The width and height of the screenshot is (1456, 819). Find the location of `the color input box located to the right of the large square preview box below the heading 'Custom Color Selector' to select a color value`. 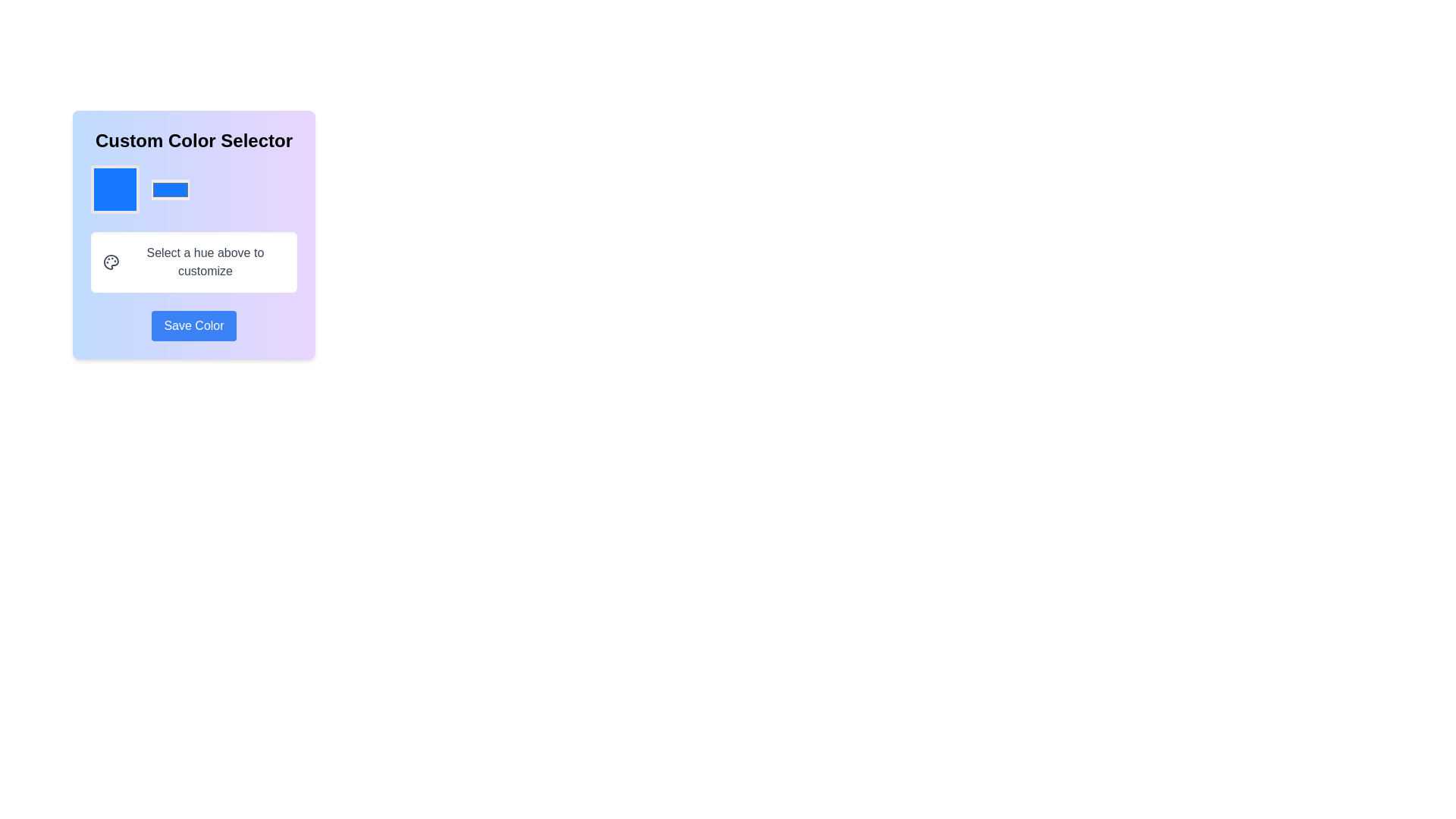

the color input box located to the right of the large square preview box below the heading 'Custom Color Selector' to select a color value is located at coordinates (171, 189).